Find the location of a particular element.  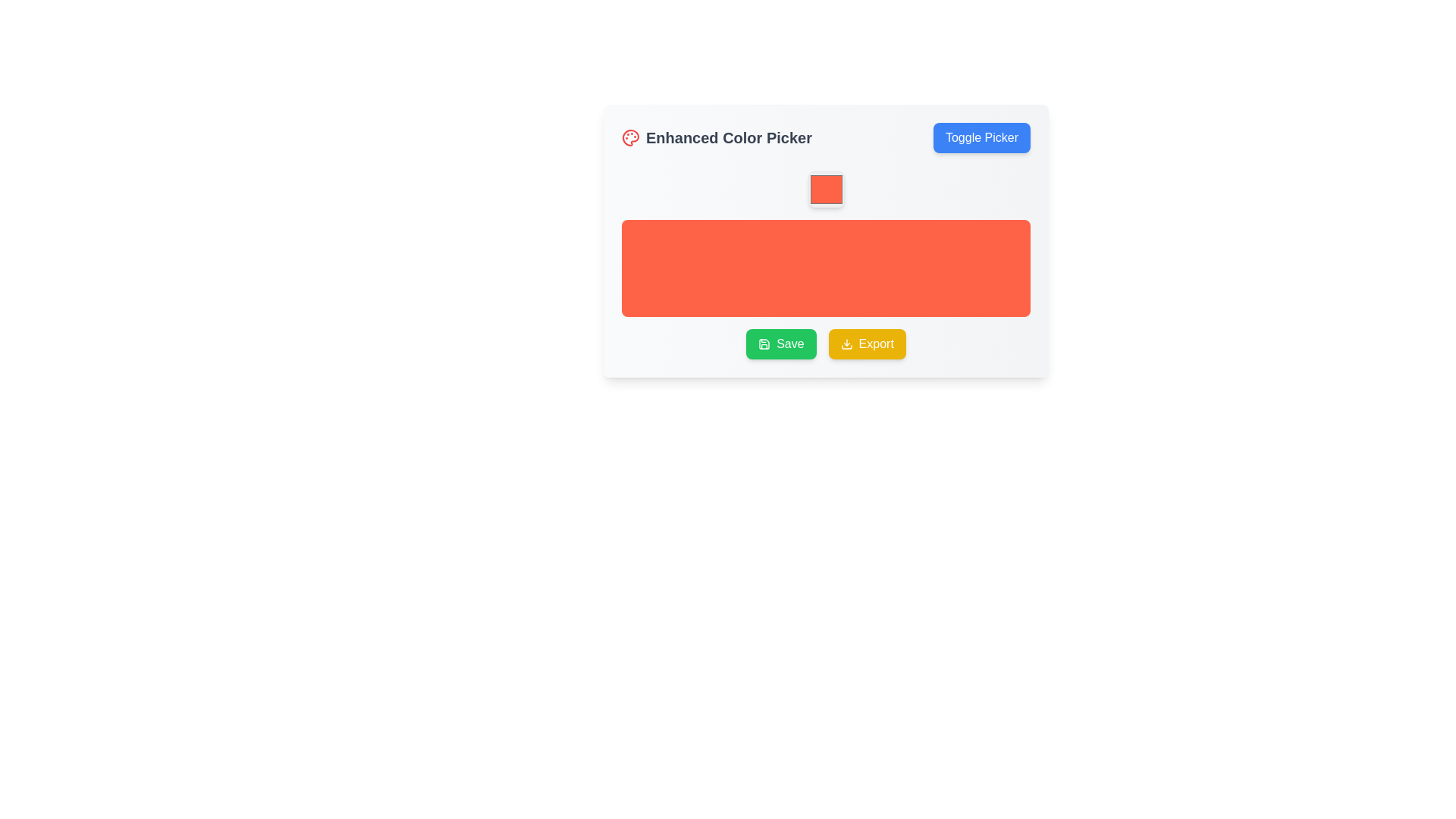

the small download icon within the 'Export' button, which has white text on a yellow background and is located at the bottom right-hand corner of the card-like interface is located at coordinates (846, 344).